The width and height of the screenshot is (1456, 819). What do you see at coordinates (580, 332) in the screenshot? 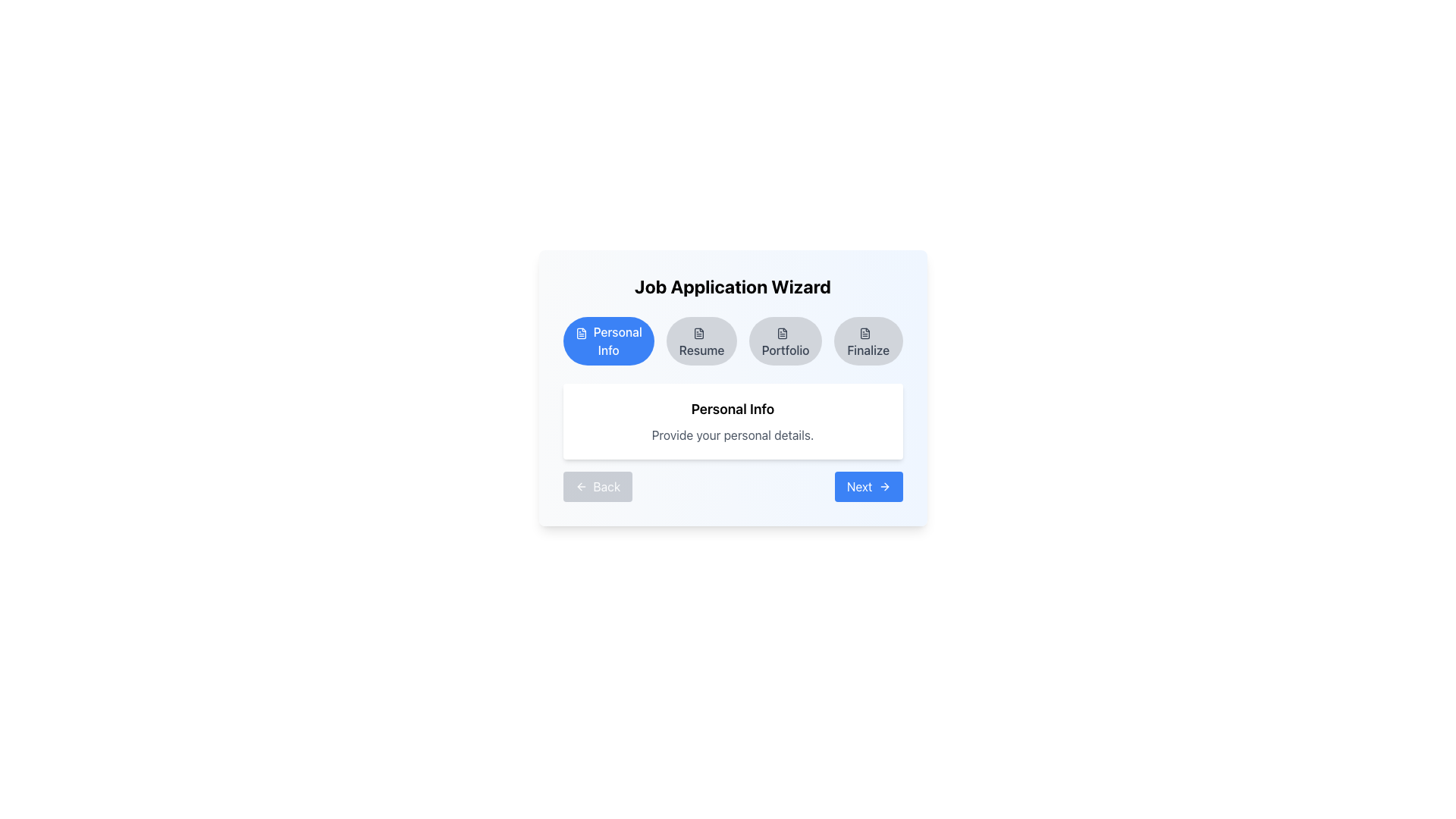
I see `the small document icon located to the left of the 'Personal Info' text within the first rounded blue button in the top navigation bar for interaction` at bounding box center [580, 332].